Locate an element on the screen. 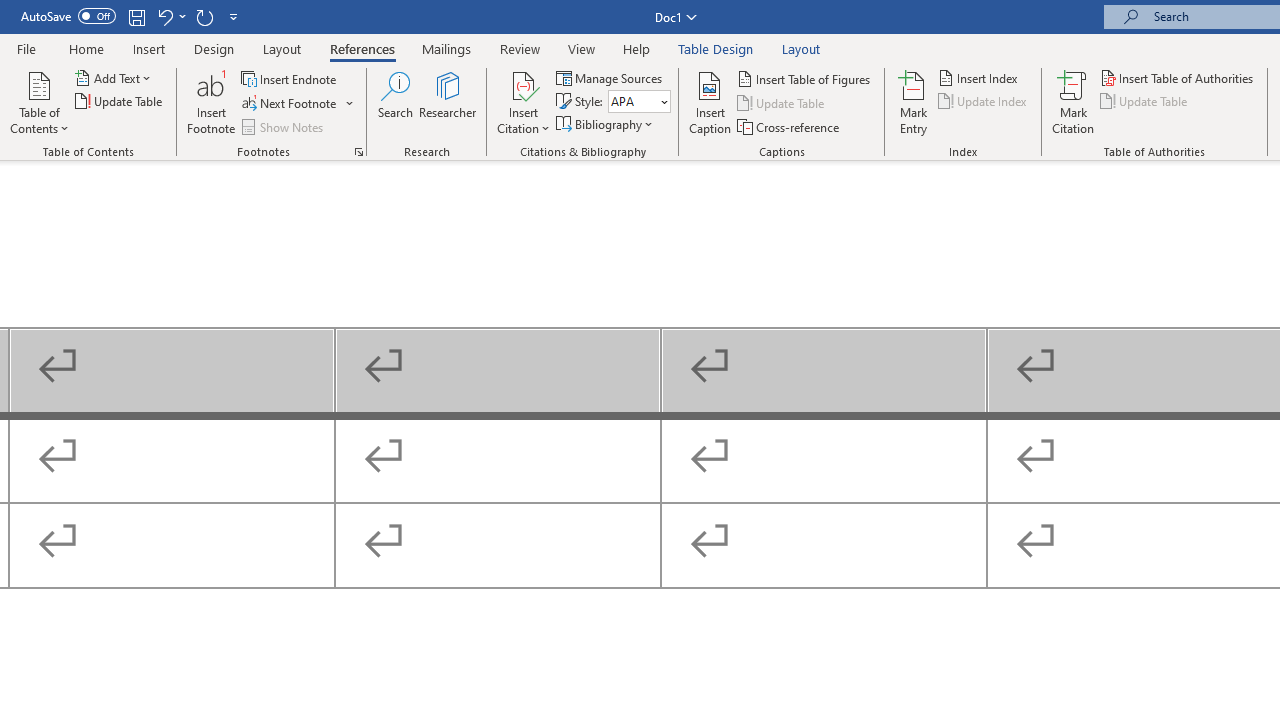  'Update Table...' is located at coordinates (119, 101).